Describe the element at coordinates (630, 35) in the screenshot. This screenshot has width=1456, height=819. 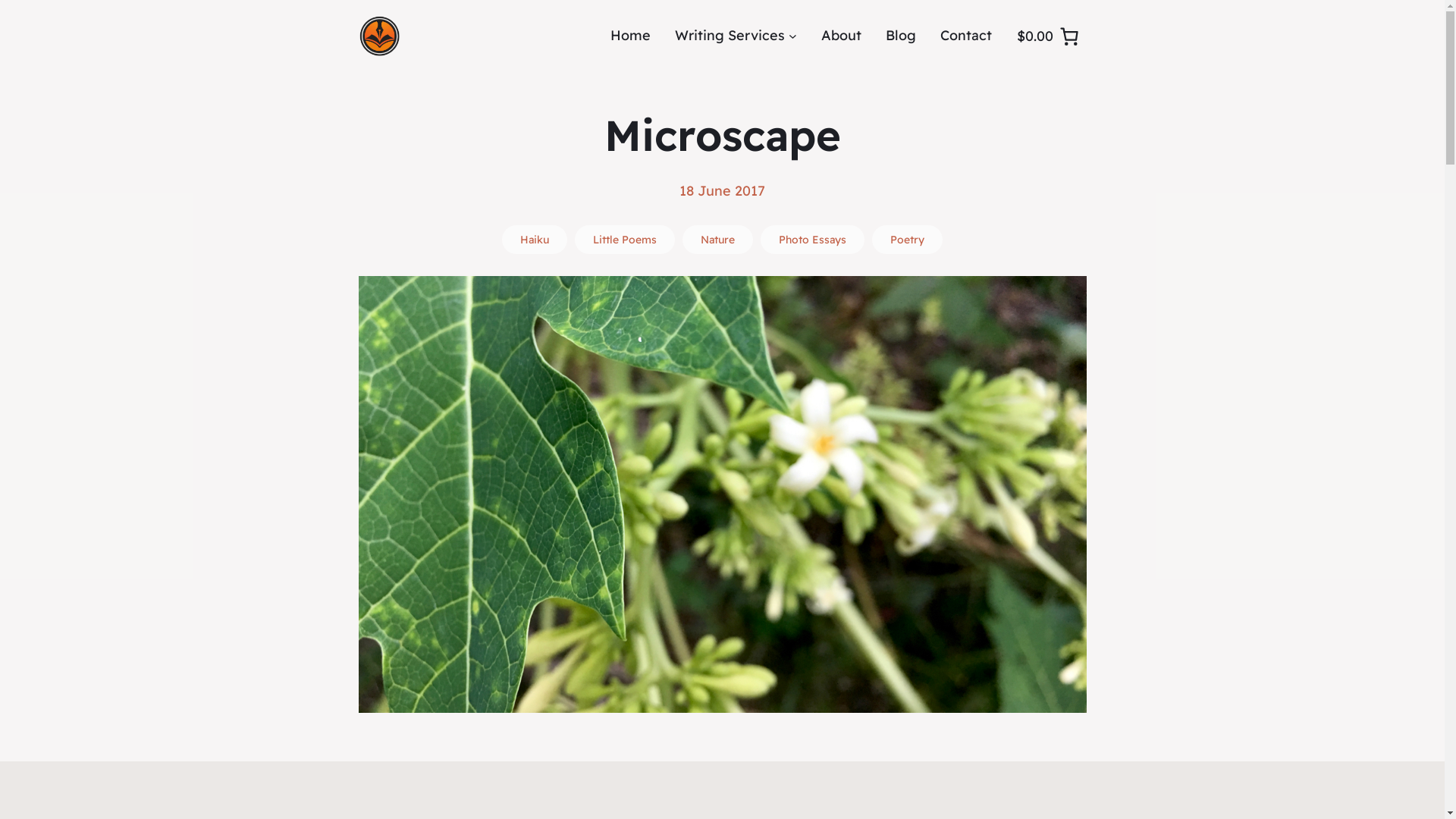
I see `'Home'` at that location.